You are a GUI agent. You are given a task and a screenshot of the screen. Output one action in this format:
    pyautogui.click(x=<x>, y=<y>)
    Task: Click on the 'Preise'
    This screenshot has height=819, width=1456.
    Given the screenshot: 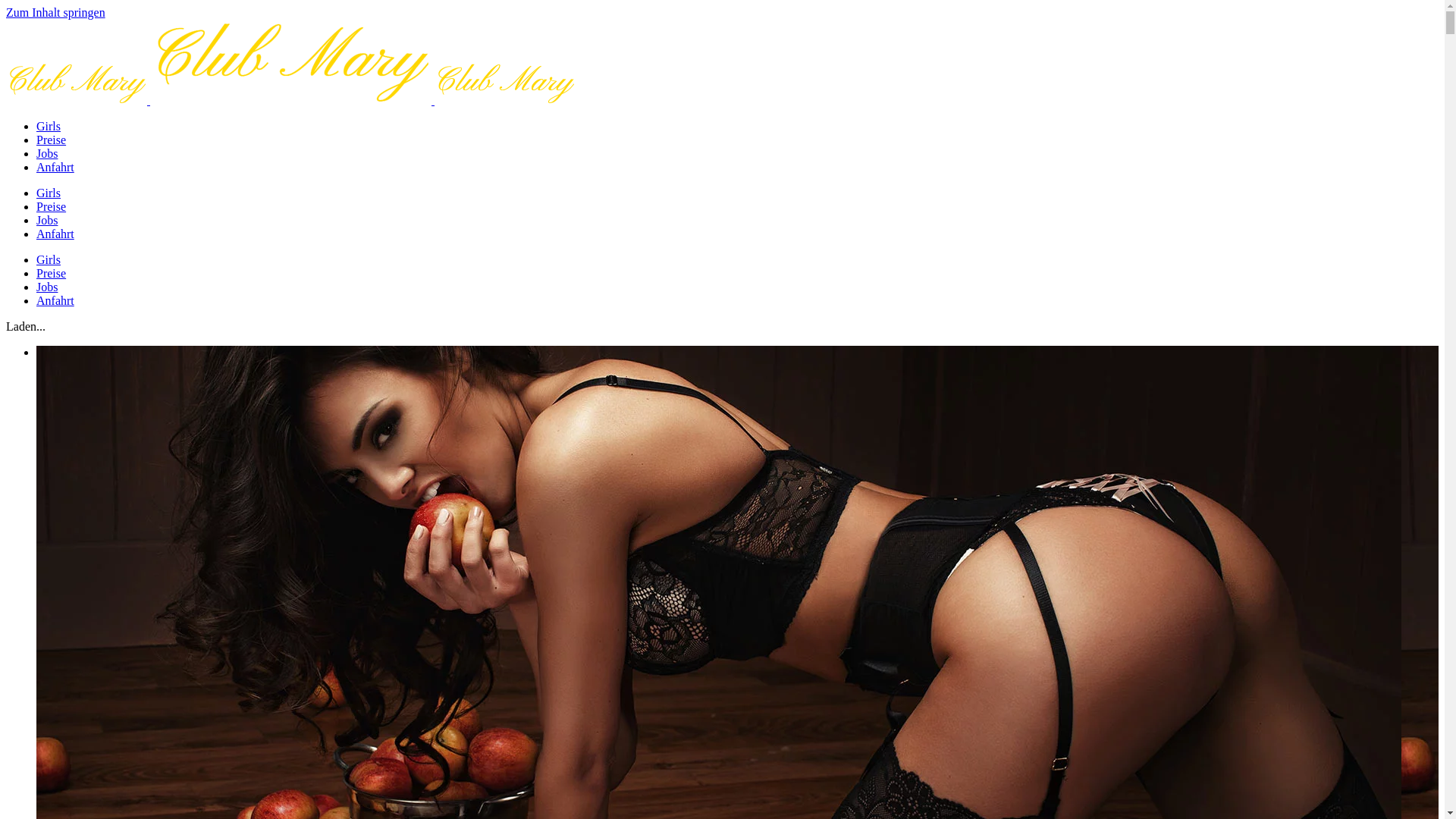 What is the action you would take?
    pyautogui.click(x=51, y=206)
    